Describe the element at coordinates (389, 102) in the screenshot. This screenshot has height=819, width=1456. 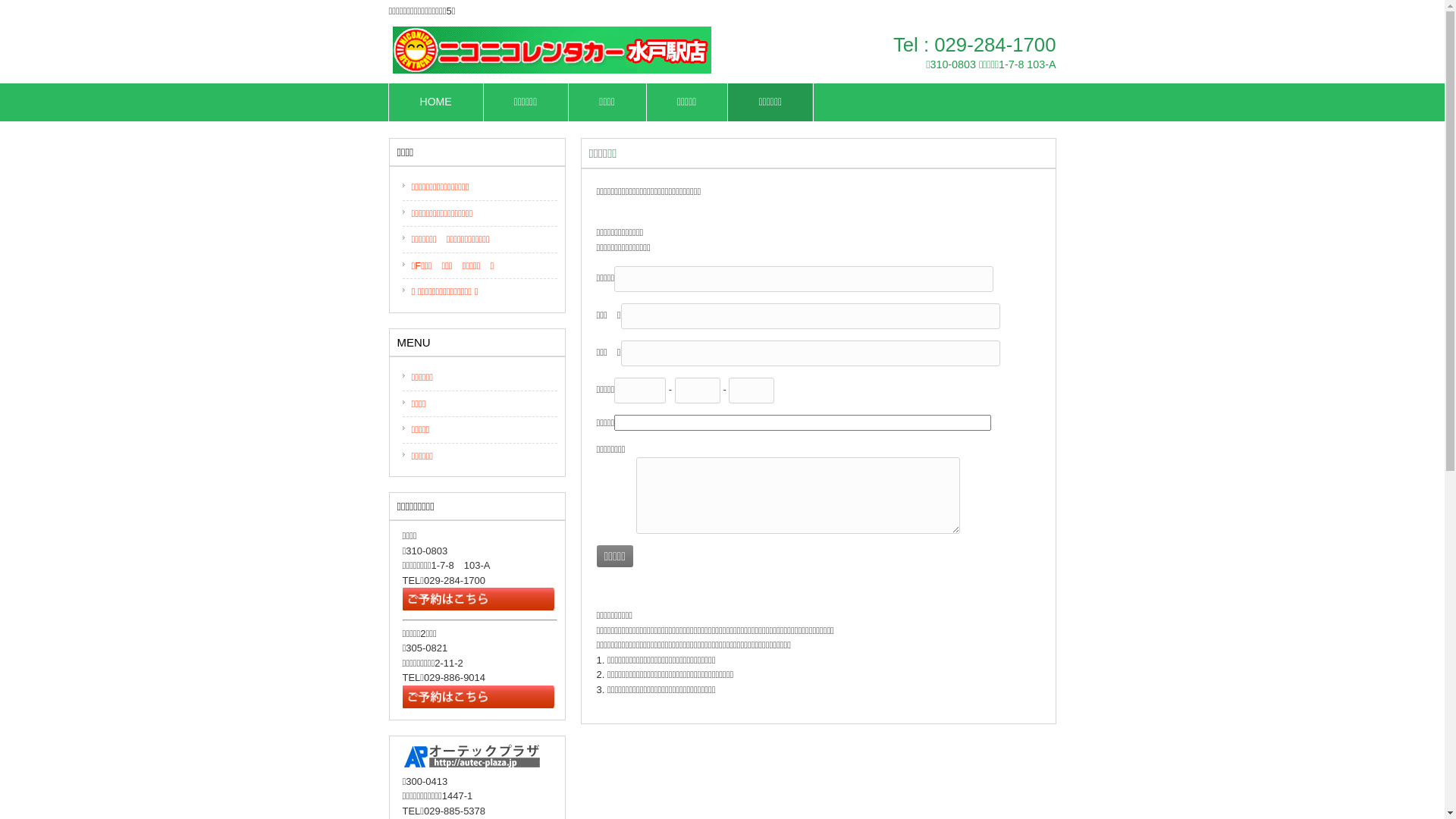
I see `'HOME'` at that location.